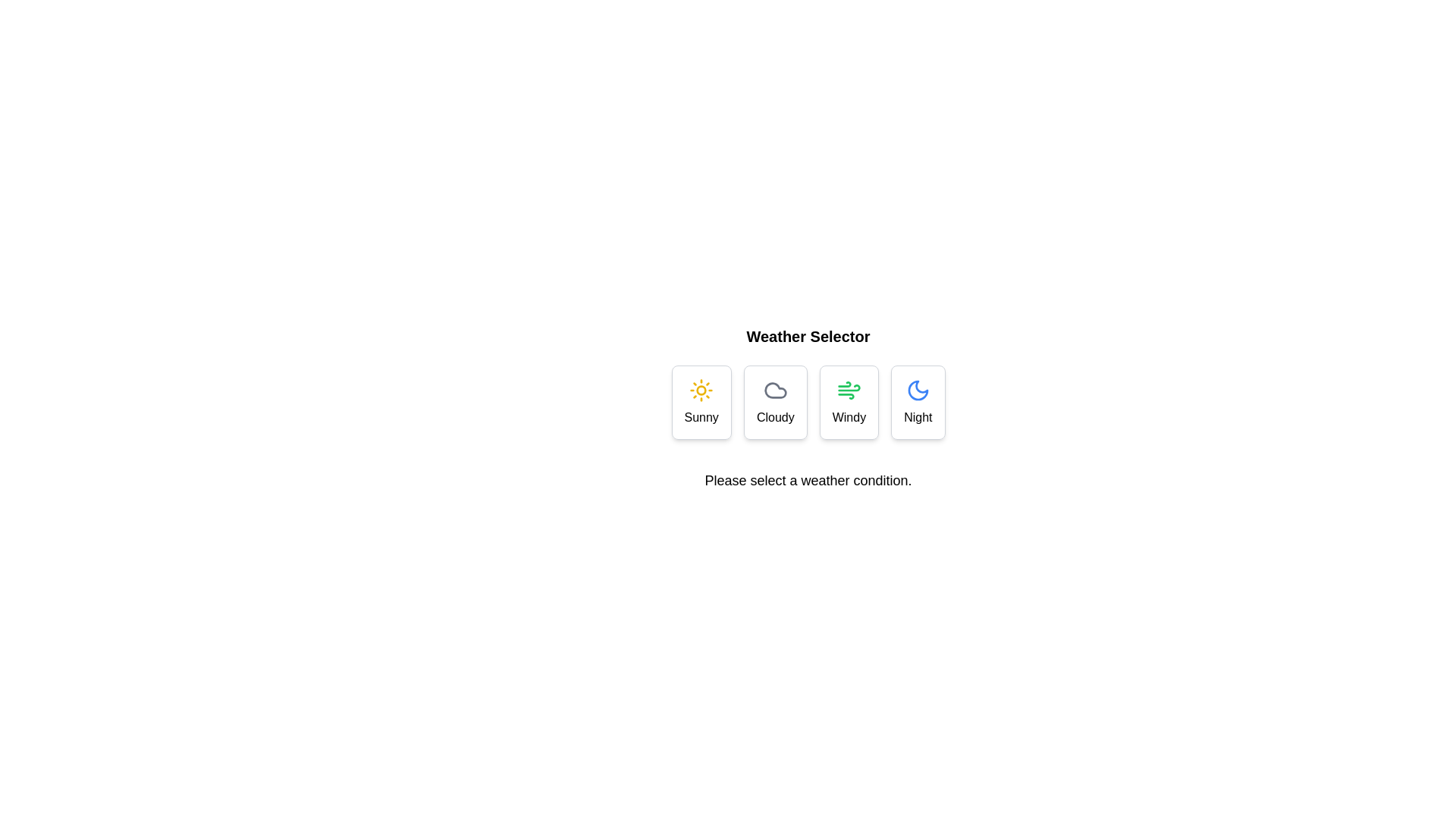 The image size is (1456, 819). What do you see at coordinates (917, 418) in the screenshot?
I see `the text label displaying 'Night' in the weather selector interface, located below the crescent moon icon in the fourth card` at bounding box center [917, 418].